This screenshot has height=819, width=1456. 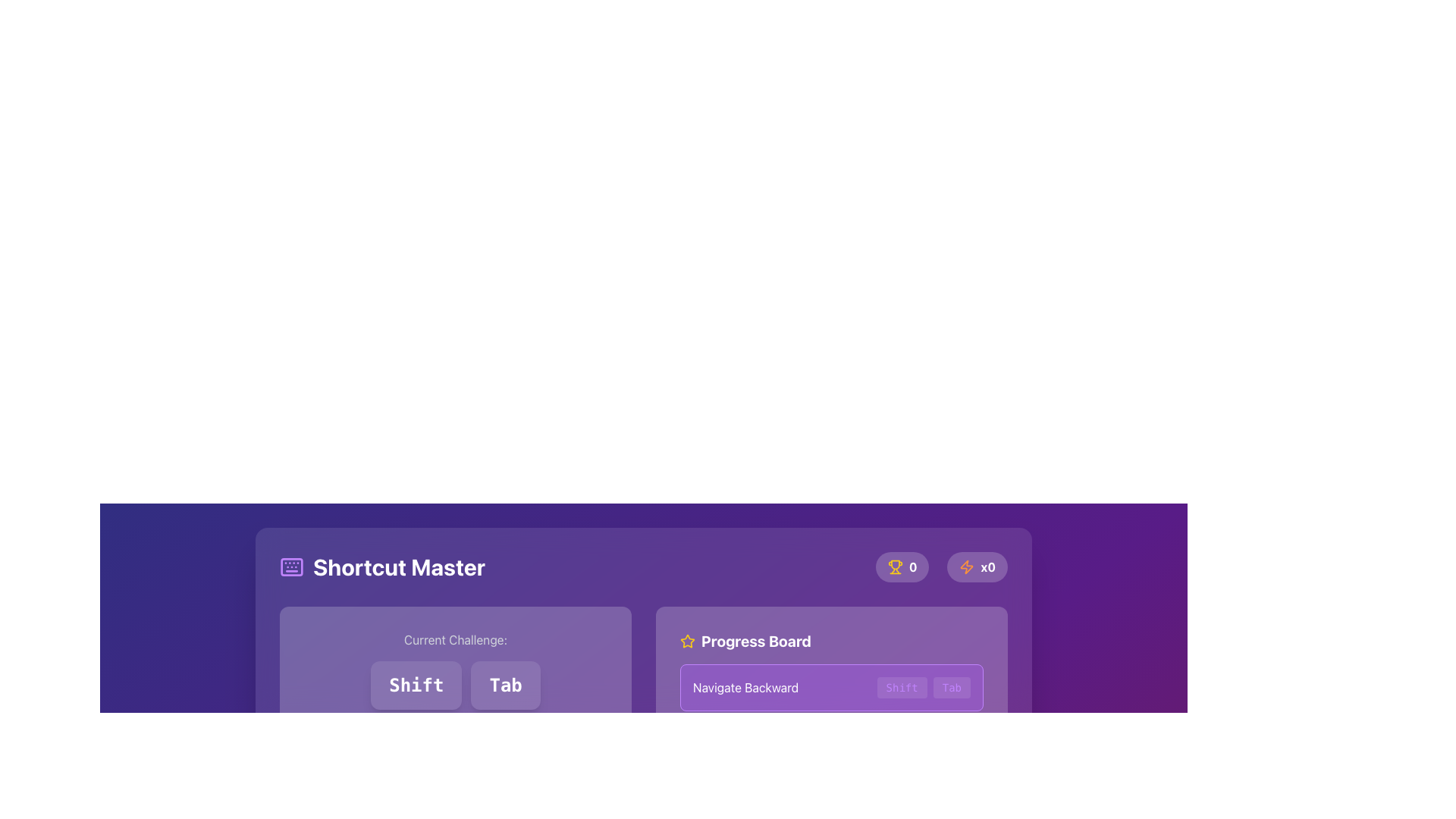 What do you see at coordinates (902, 687) in the screenshot?
I see `the 'Shift' key label/button, which is the first of two horizontally aligned buttons in the 'Progress Board' section of the UI` at bounding box center [902, 687].